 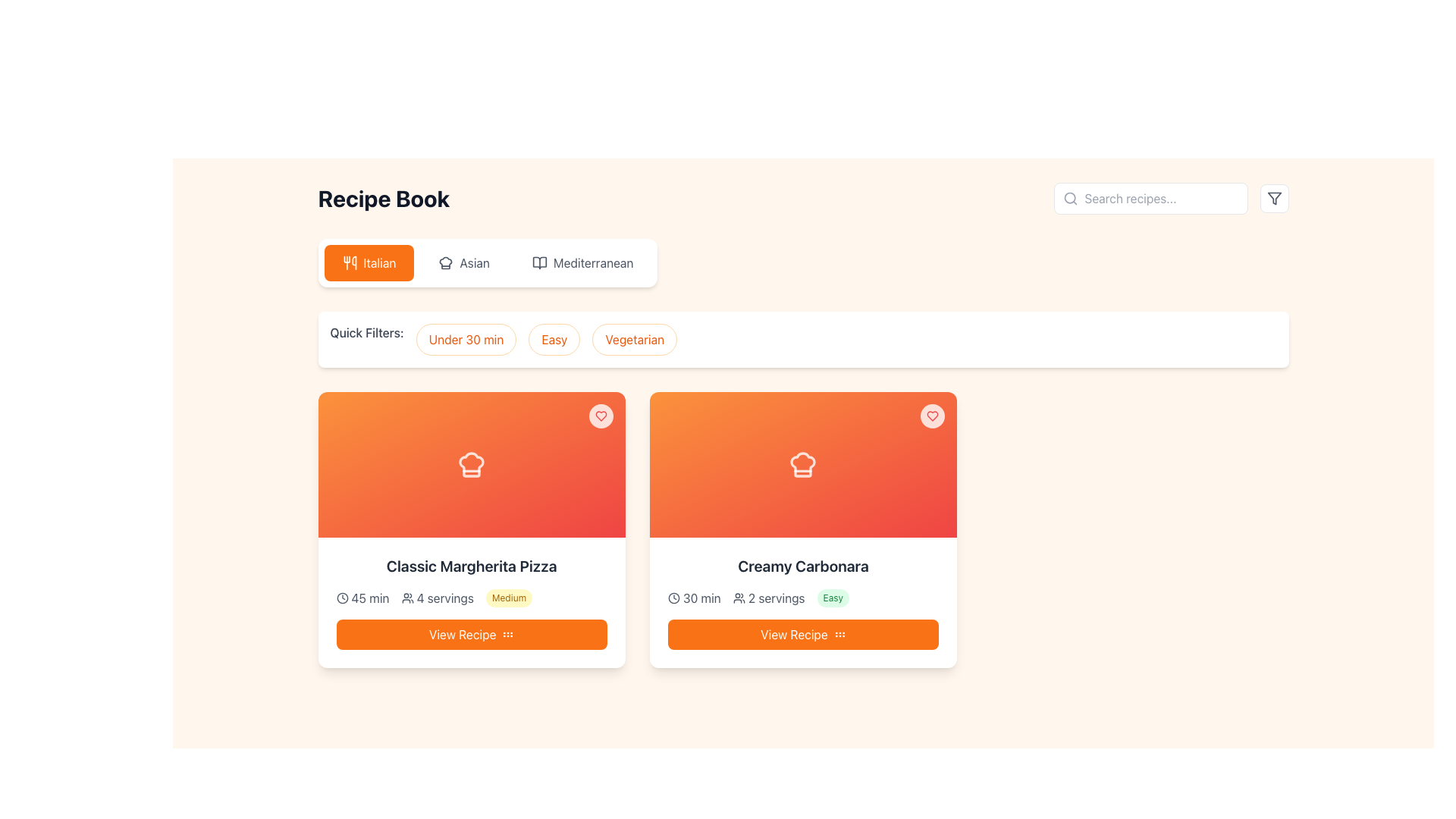 I want to click on the clock icon representing the preparation time of the recipe 'Classic Margherita Pizza', which is located in the left section of the recipe card displaying '45 min', so click(x=341, y=598).